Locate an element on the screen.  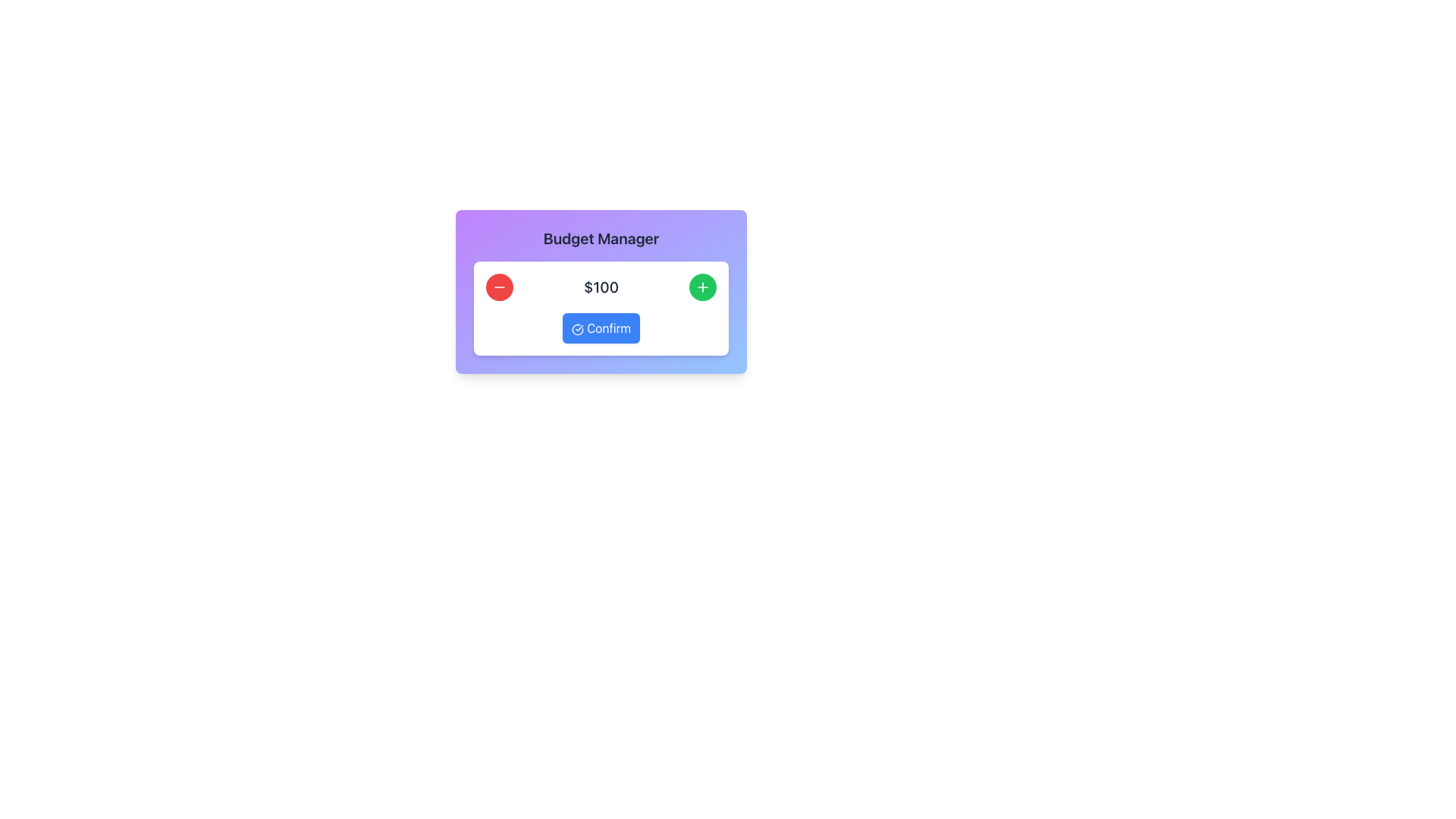
the central icon within the left-aligned red button under the label 'Budget Manager' is located at coordinates (499, 287).